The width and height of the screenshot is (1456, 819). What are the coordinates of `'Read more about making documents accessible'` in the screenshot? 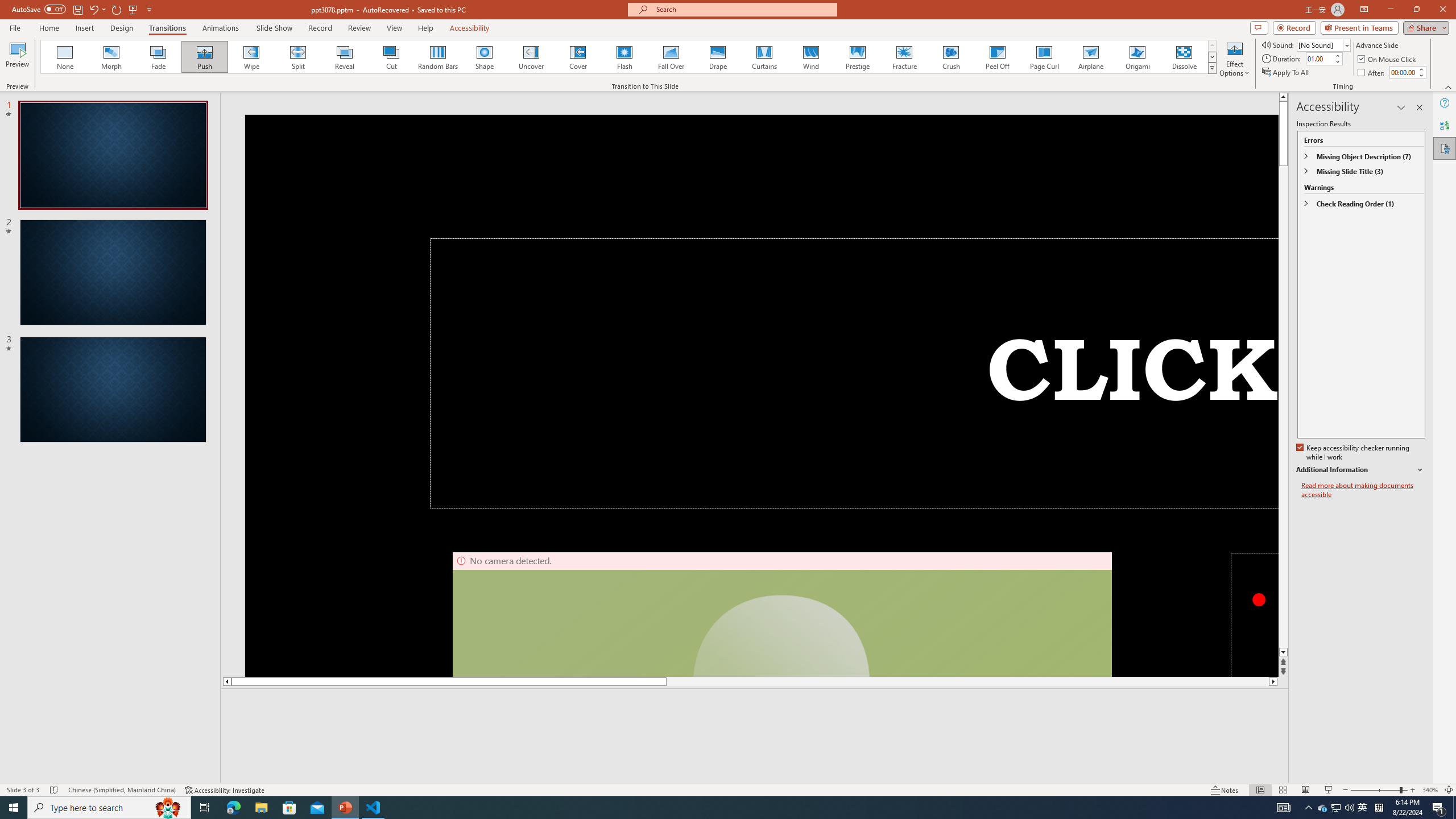 It's located at (1363, 490).